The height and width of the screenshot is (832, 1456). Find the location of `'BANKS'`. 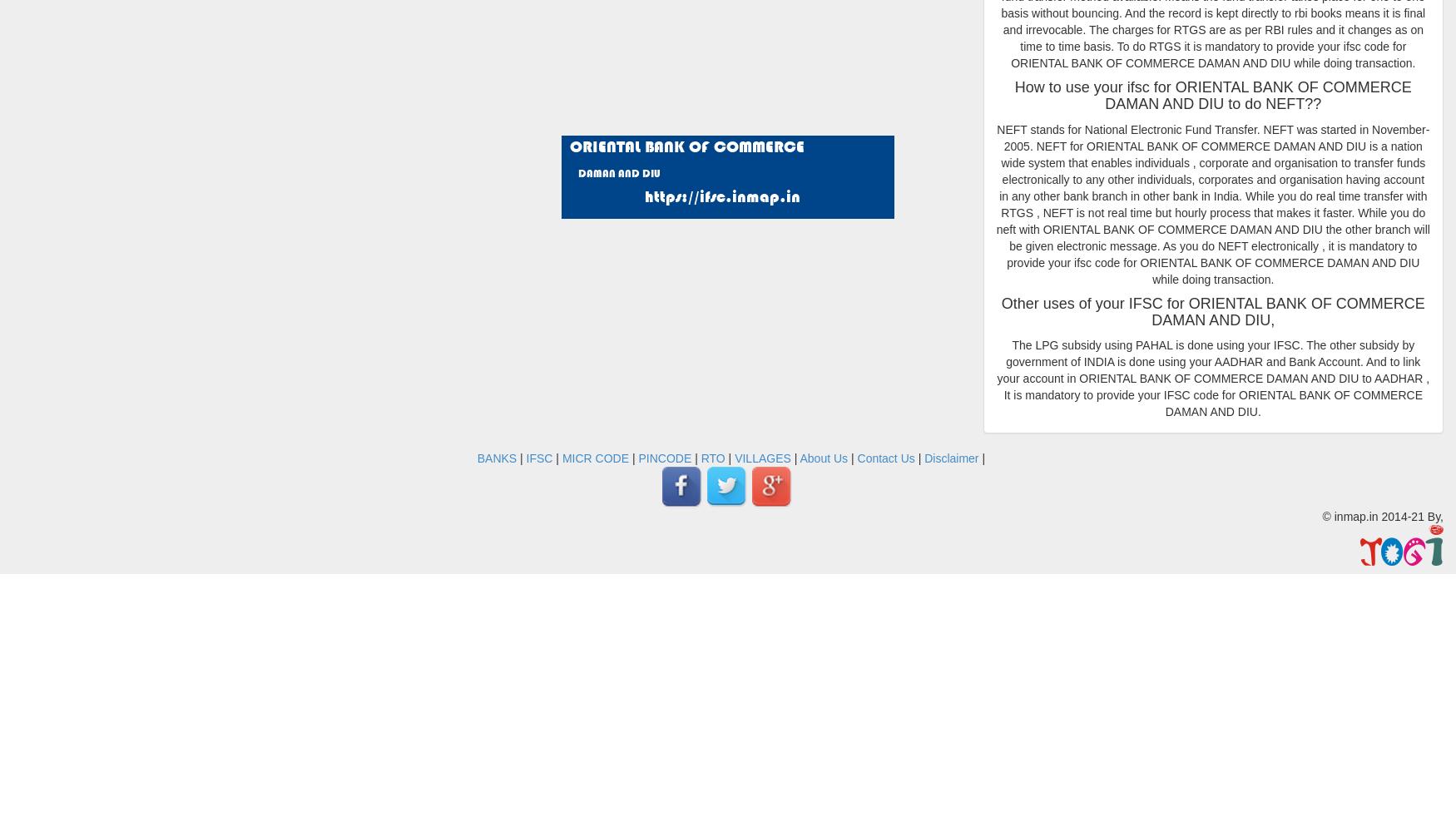

'BANKS' is located at coordinates (496, 458).